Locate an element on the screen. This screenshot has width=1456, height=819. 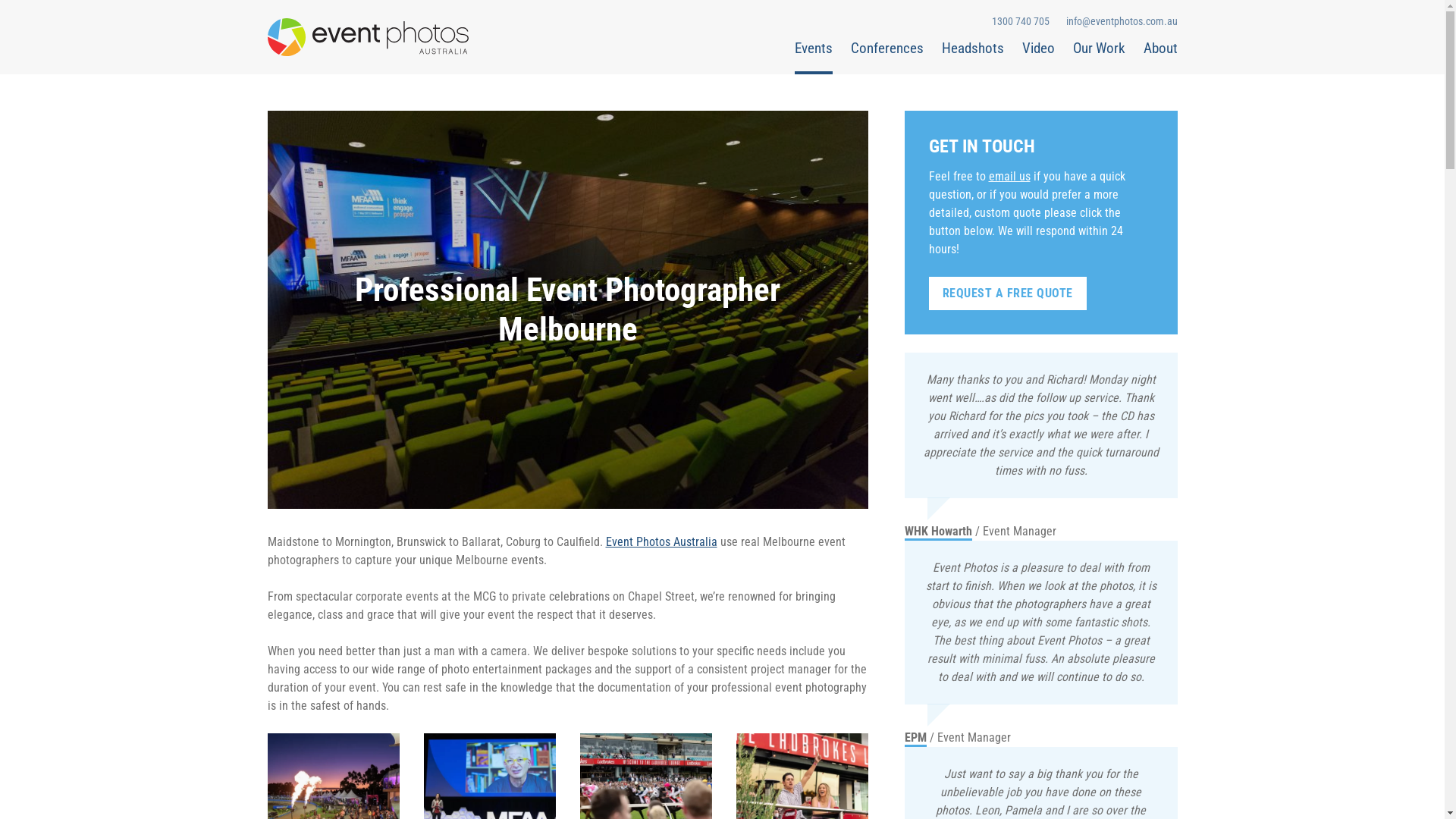
'Events' is located at coordinates (793, 55).